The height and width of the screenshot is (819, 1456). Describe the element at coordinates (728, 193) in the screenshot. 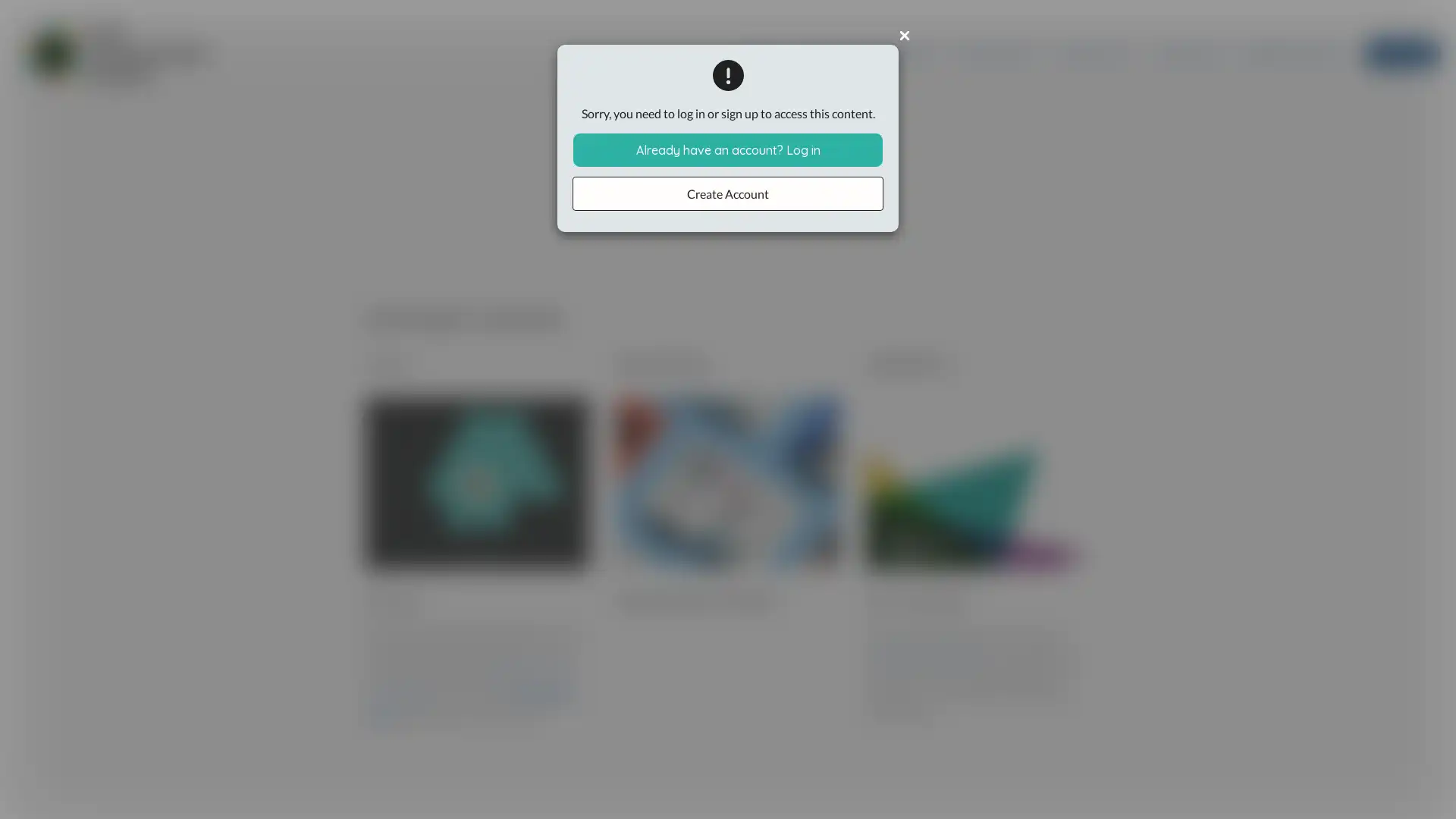

I see `Create Account` at that location.